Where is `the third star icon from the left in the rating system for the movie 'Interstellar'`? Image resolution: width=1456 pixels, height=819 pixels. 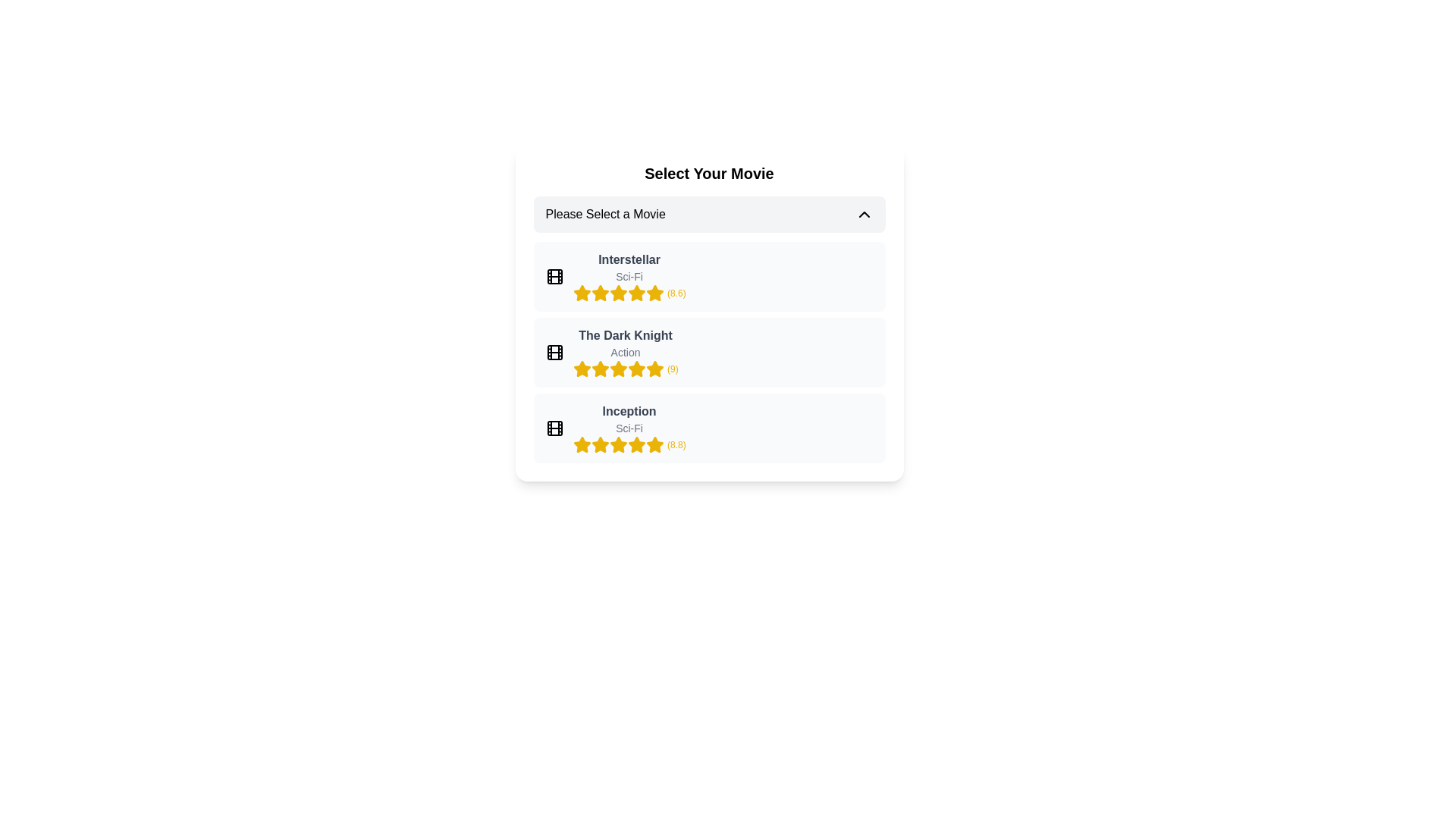
the third star icon from the left in the rating system for the movie 'Interstellar' is located at coordinates (654, 293).